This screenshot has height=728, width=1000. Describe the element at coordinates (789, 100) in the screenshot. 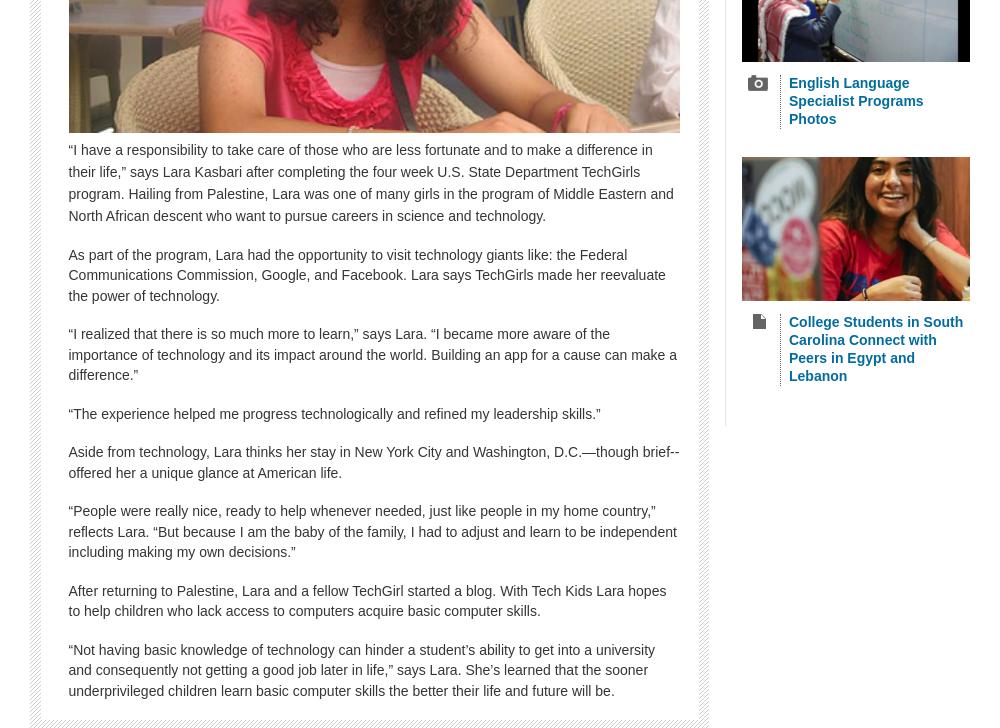

I see `'English Language Specialist Programs Photos'` at that location.